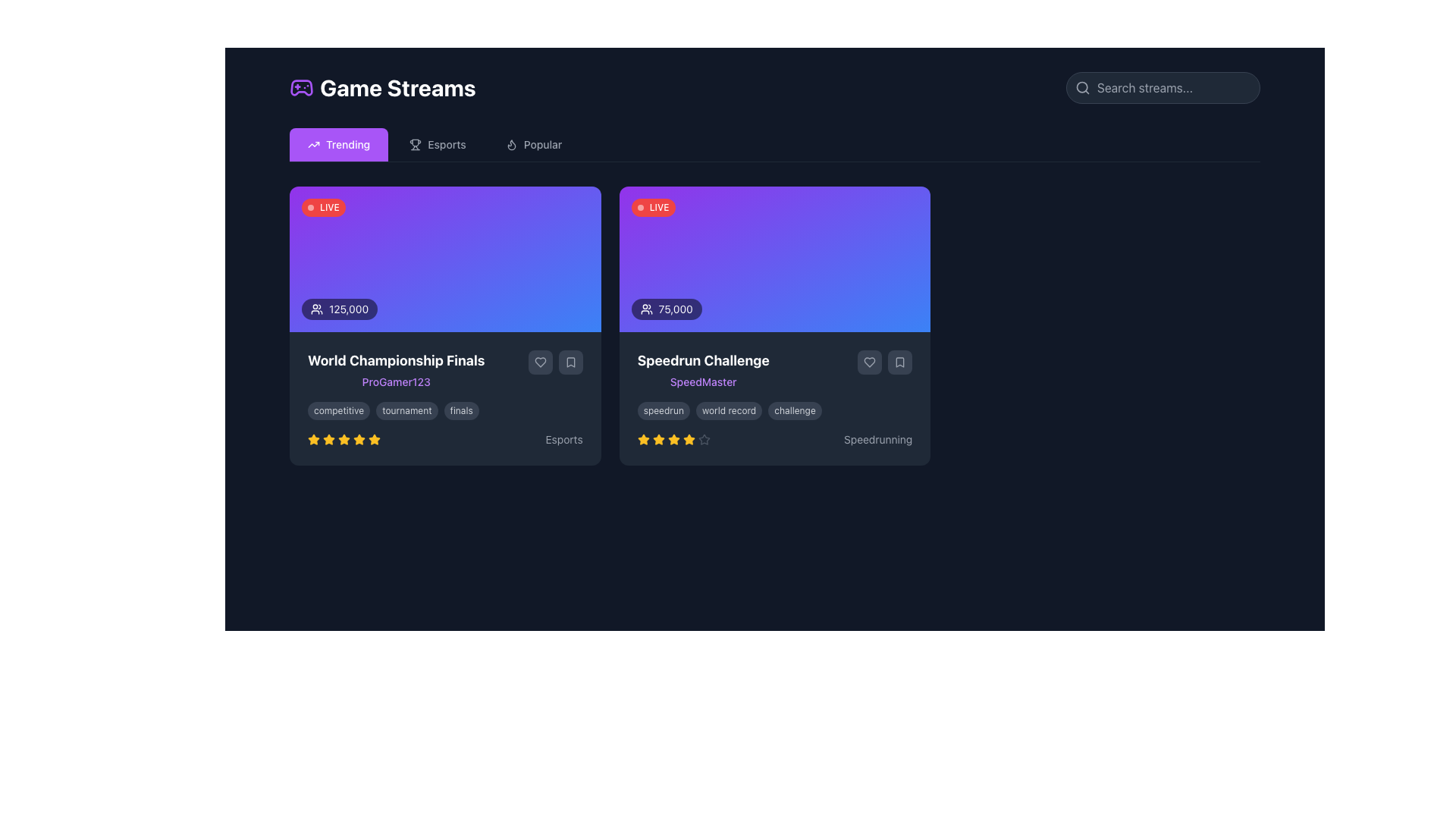 The width and height of the screenshot is (1456, 819). What do you see at coordinates (328, 207) in the screenshot?
I see `text label indicating the live status of the game stream, which is located inside a red badge at the top-left of a card in a horizontal grid layout` at bounding box center [328, 207].